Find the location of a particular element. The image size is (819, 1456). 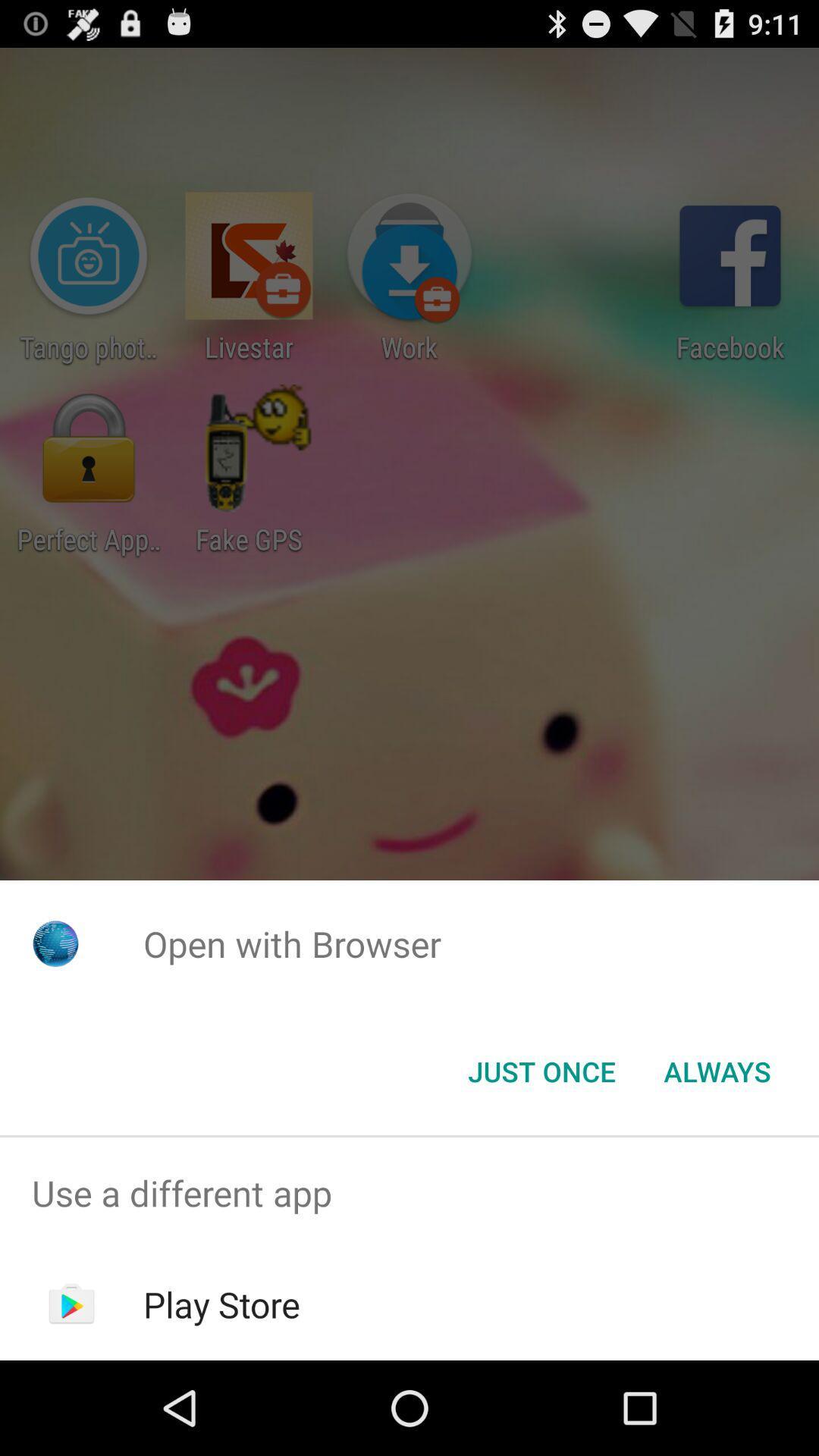

the app below the open with browser is located at coordinates (541, 1070).